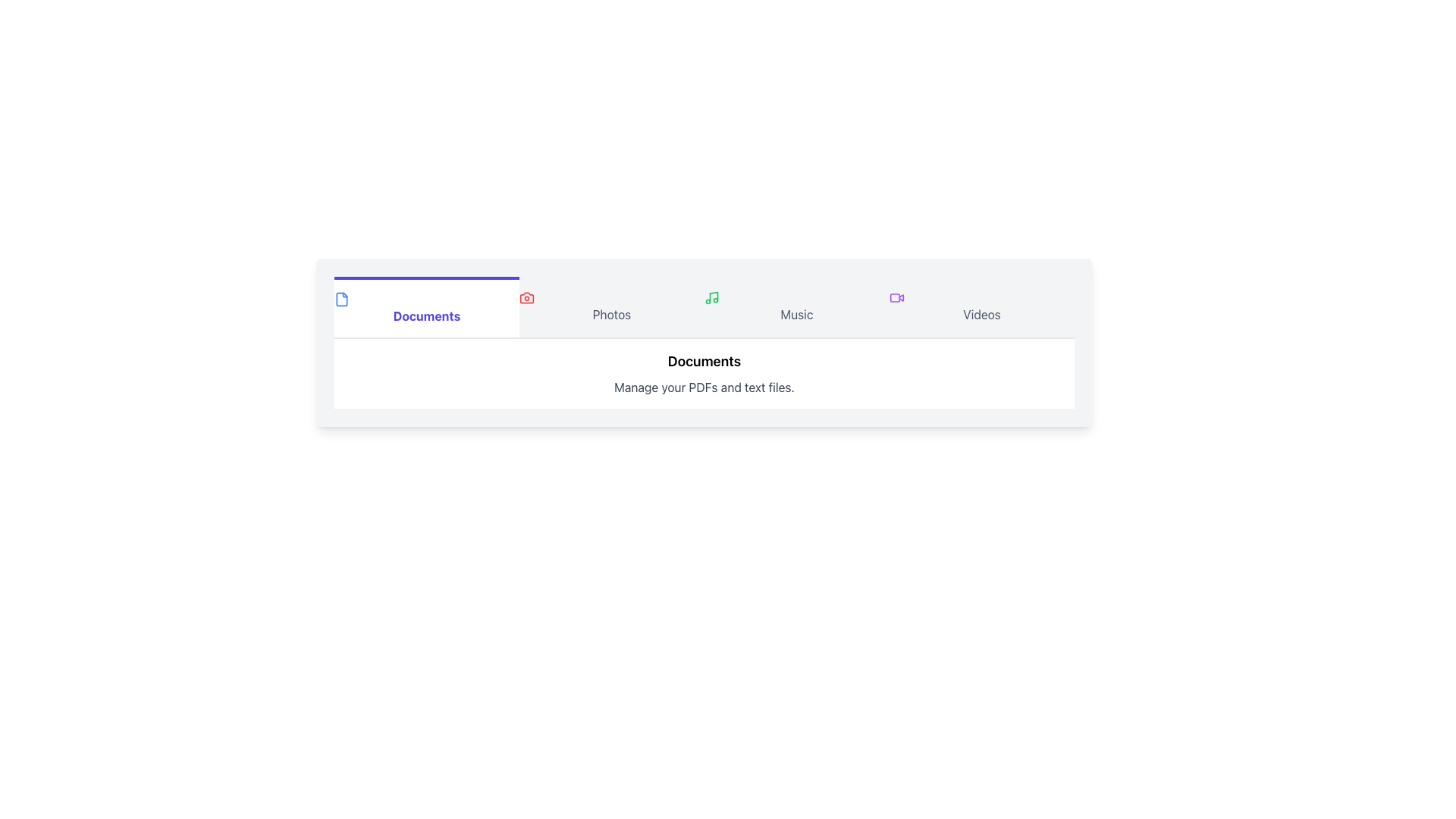 This screenshot has width=1456, height=819. I want to click on the 'Music' text label located in the upper-central portion of the interface, which serves as a category indicator in the navigation bar, so click(796, 314).